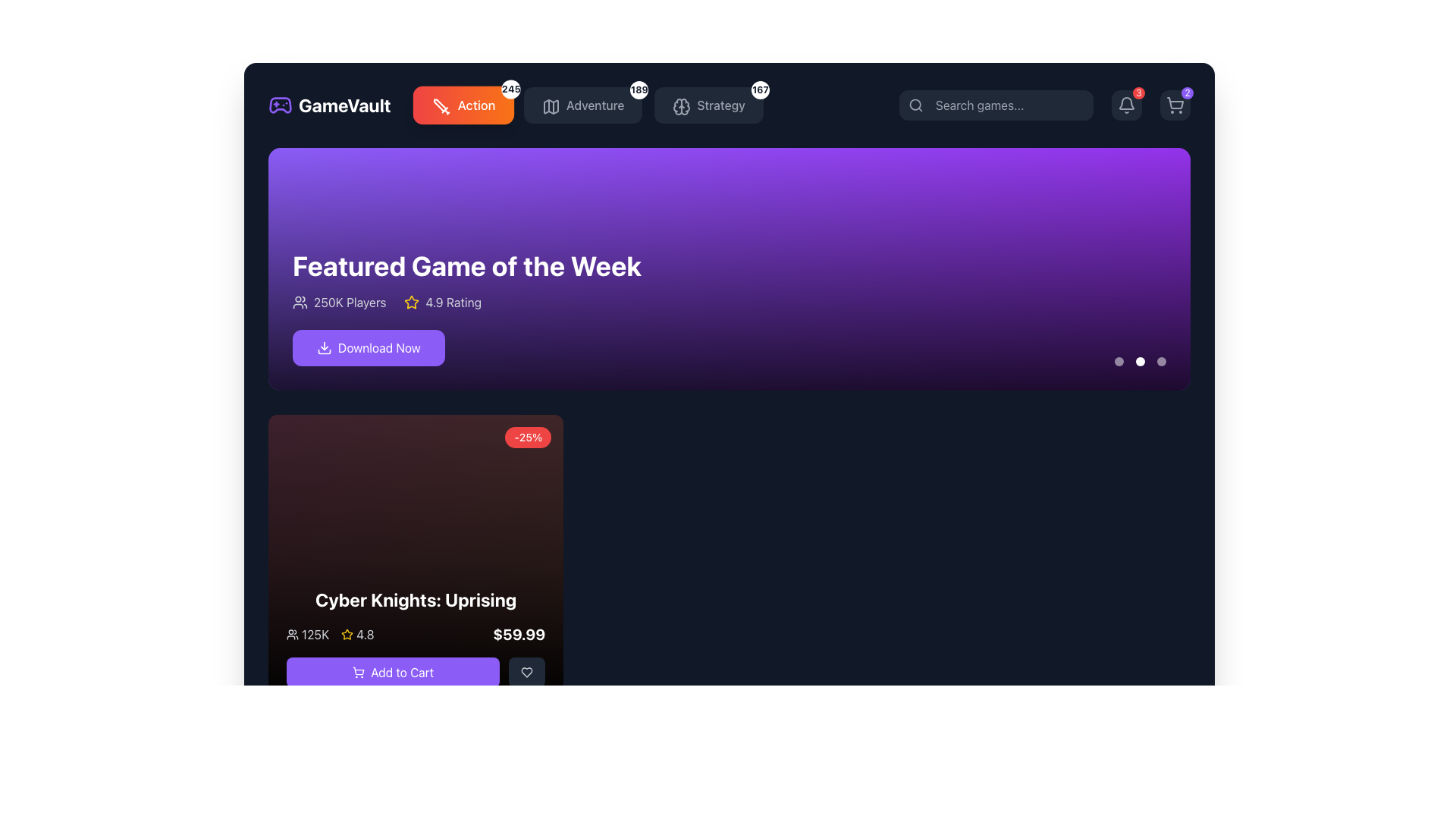  Describe the element at coordinates (915, 104) in the screenshot. I see `the magnifying glass icon within the search bar located in the top-right section of the interface, which is associated with the search function` at that location.